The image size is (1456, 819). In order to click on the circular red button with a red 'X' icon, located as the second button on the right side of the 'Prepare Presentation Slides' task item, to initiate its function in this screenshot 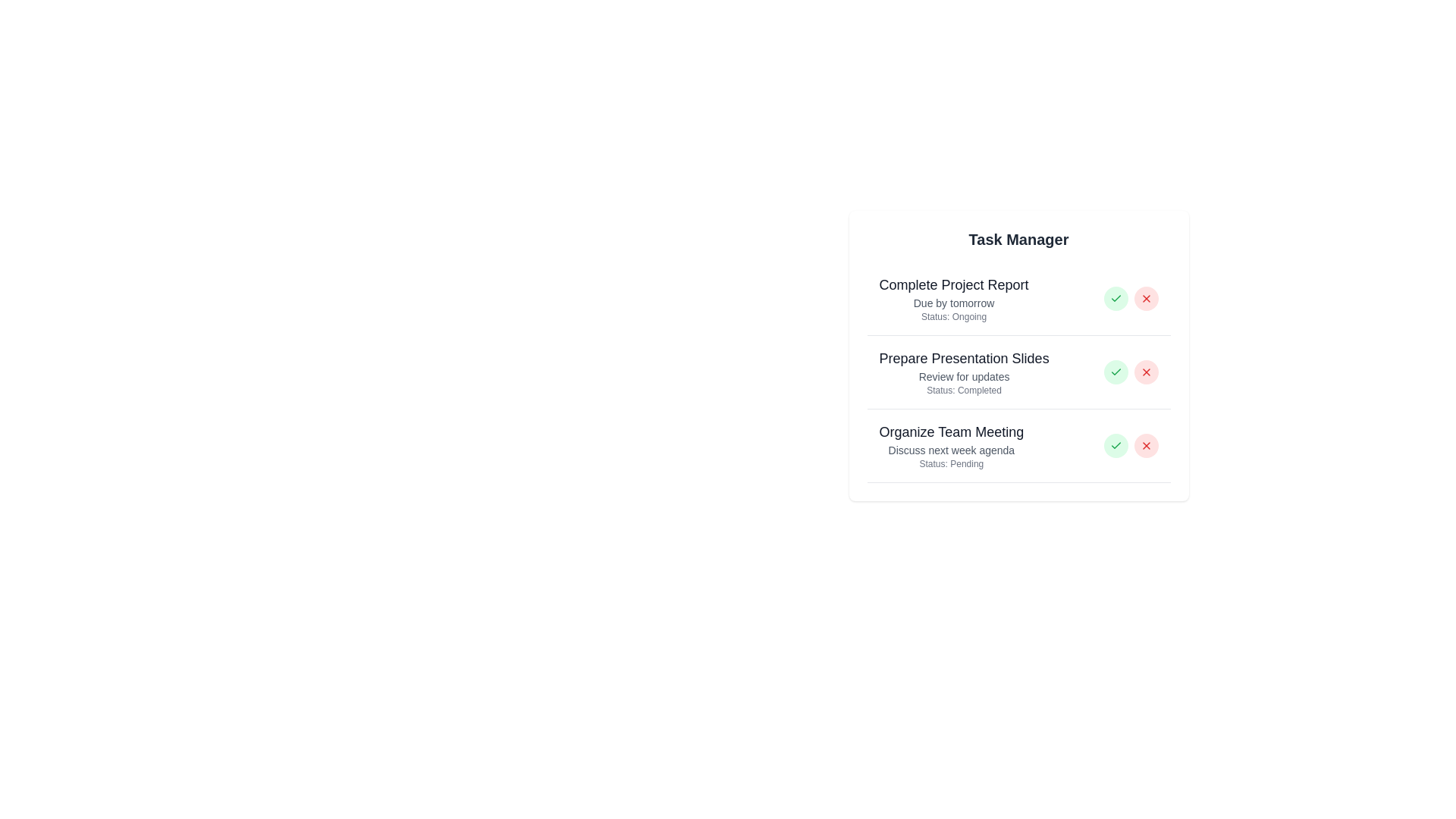, I will do `click(1146, 372)`.